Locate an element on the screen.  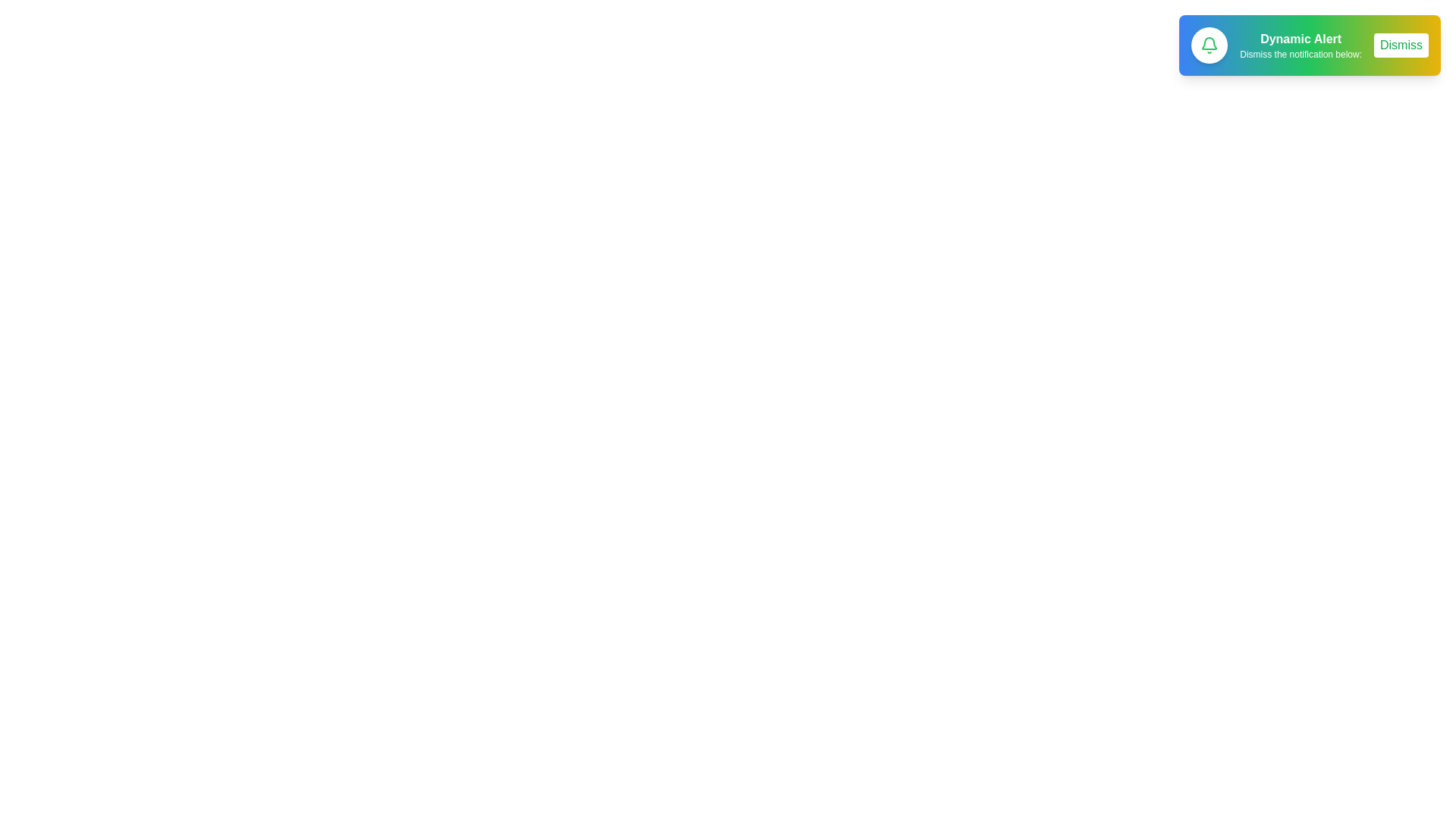
the notification icon to test its accessibility features is located at coordinates (1208, 45).